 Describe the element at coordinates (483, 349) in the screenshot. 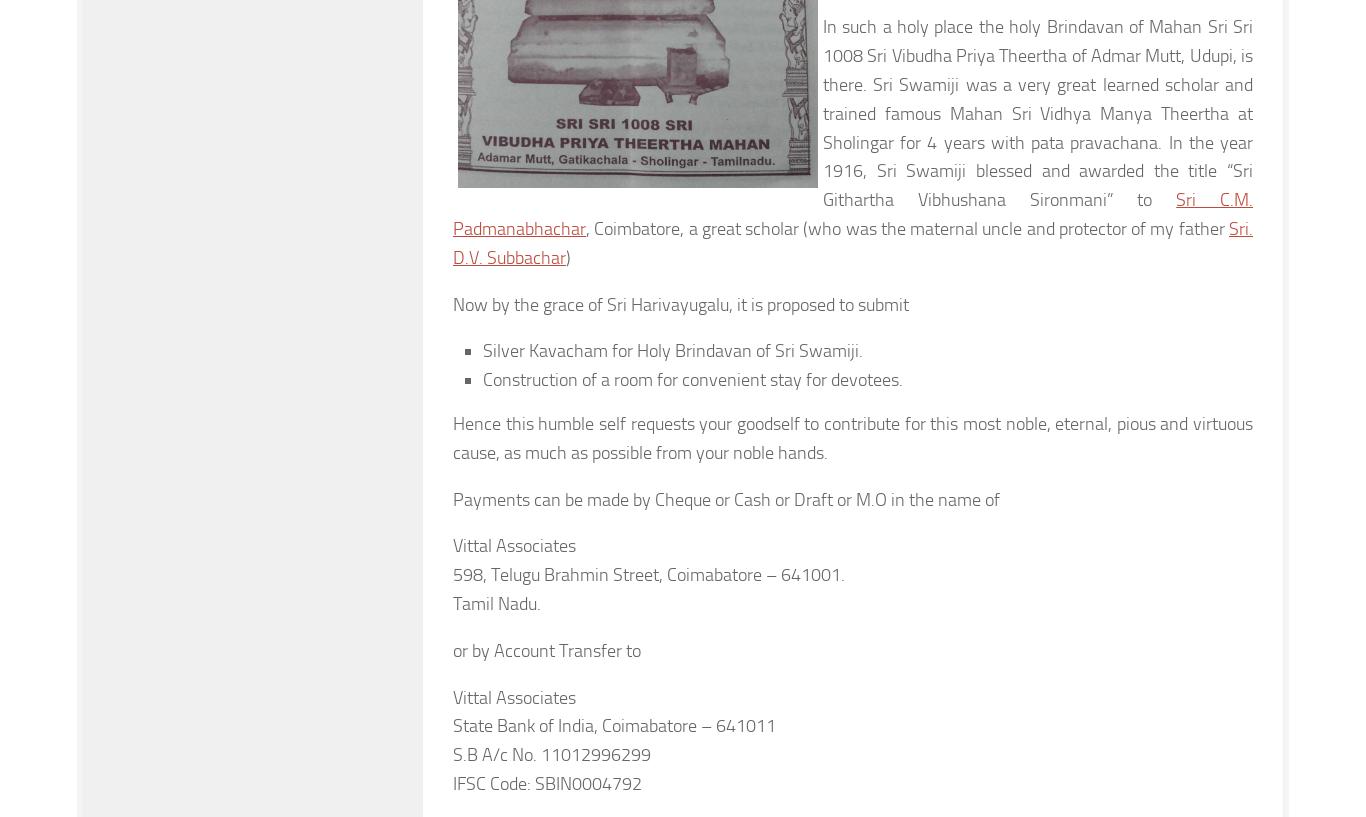

I see `'Silver Kavacham for Holy Brindavan of Sri Swamiji.'` at that location.